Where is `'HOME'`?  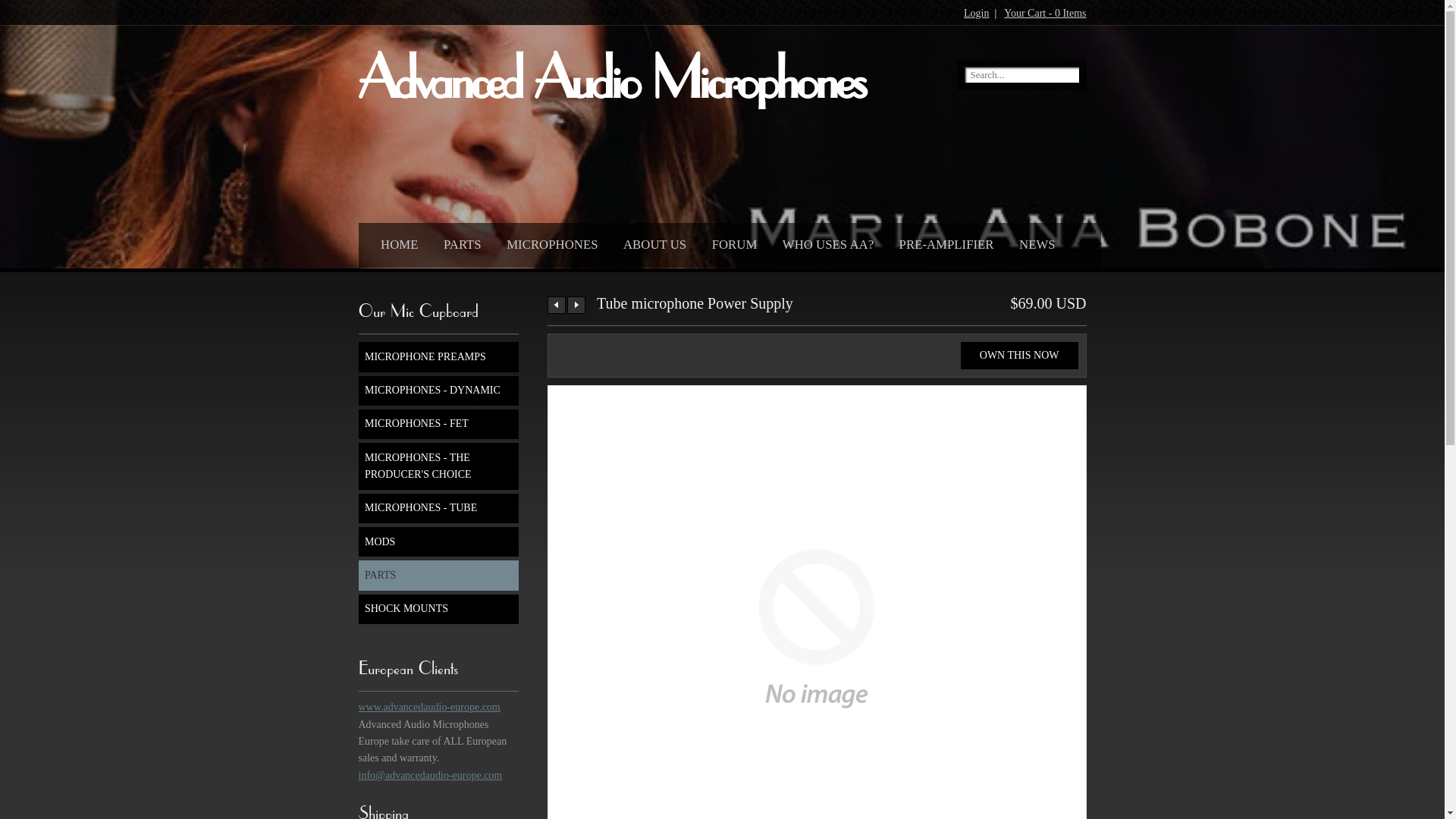 'HOME' is located at coordinates (395, 241).